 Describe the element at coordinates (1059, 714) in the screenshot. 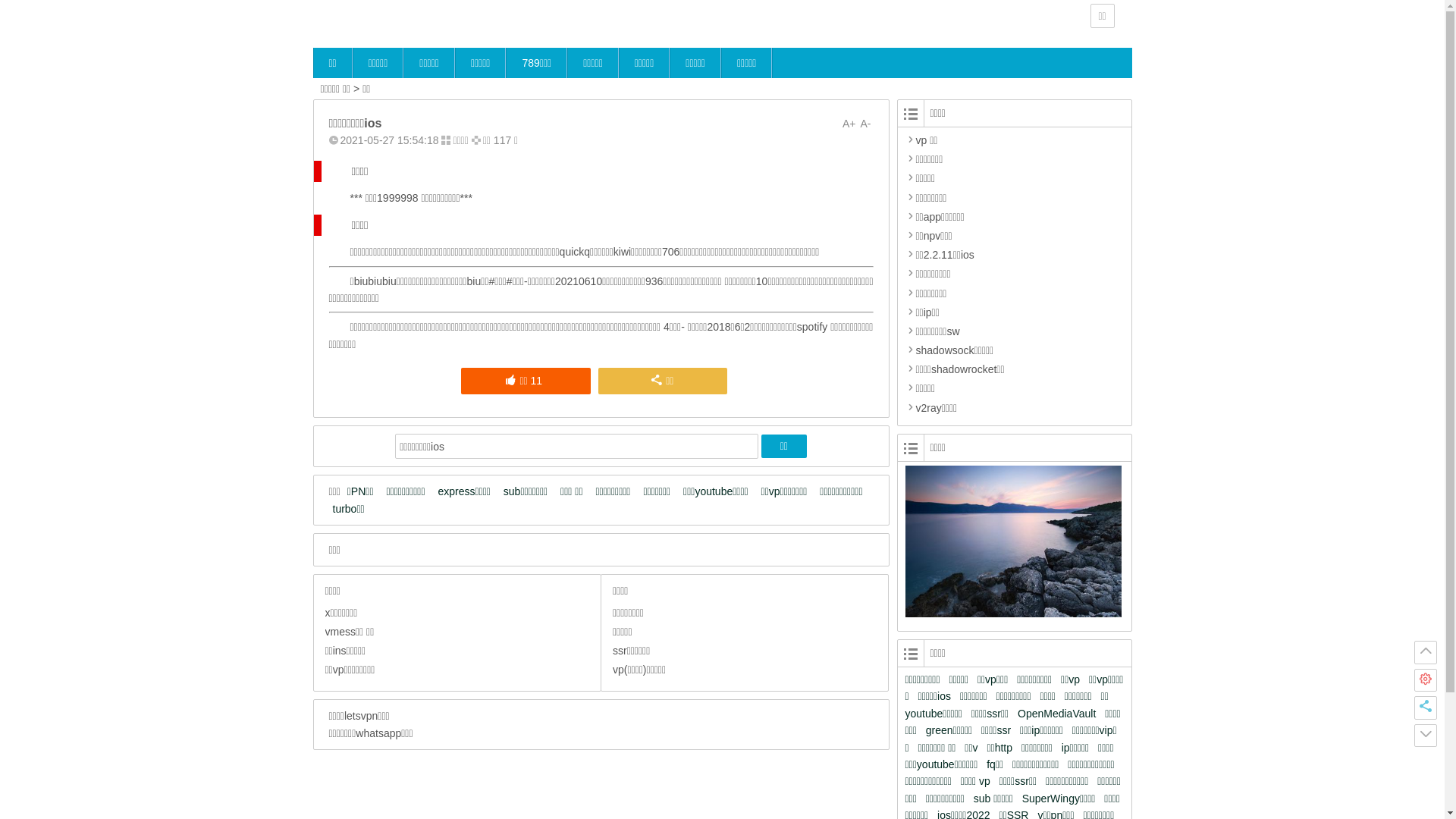

I see `'OpenMediaVault'` at that location.